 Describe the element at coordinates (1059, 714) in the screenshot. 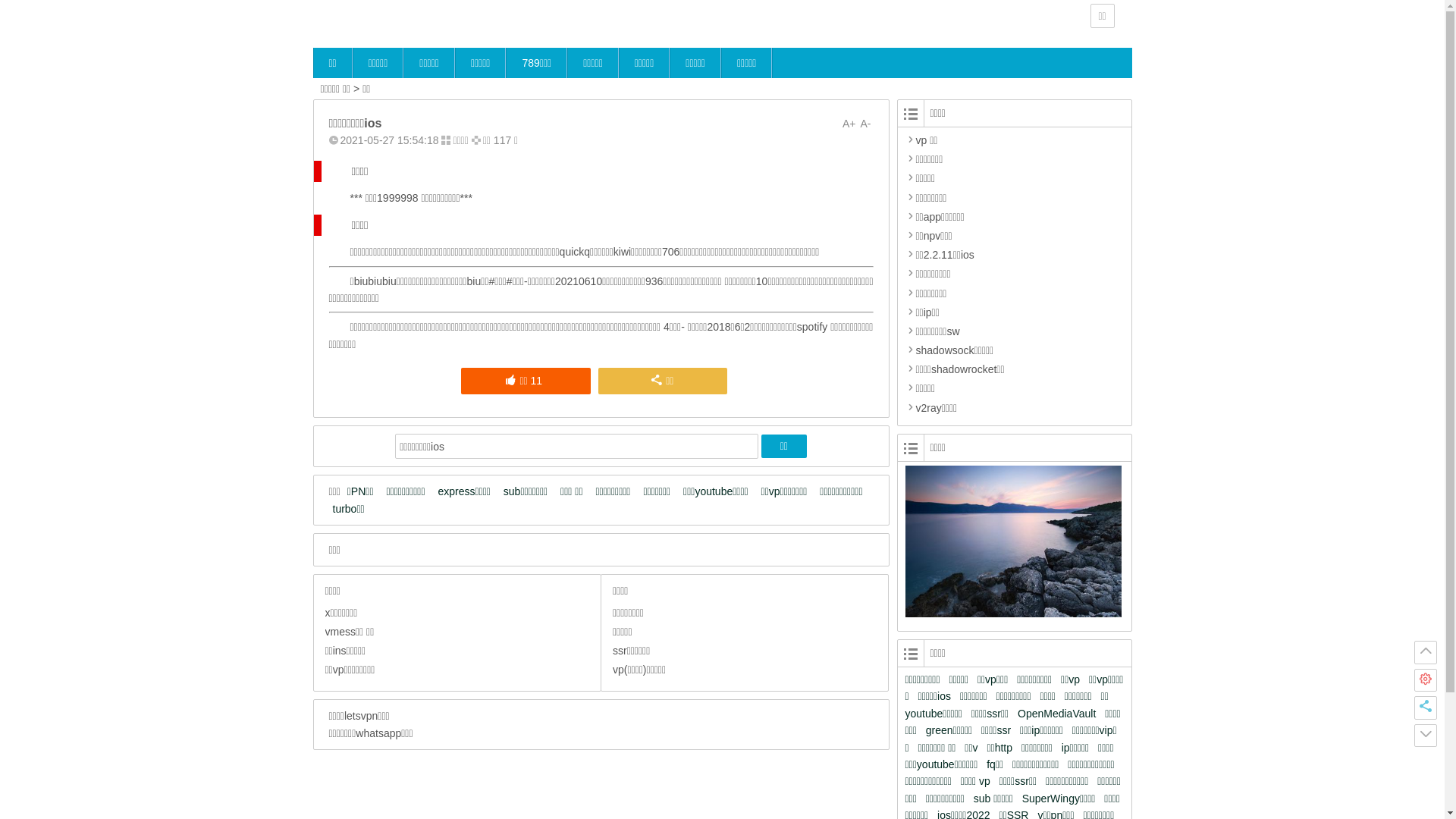

I see `'OpenMediaVault'` at that location.